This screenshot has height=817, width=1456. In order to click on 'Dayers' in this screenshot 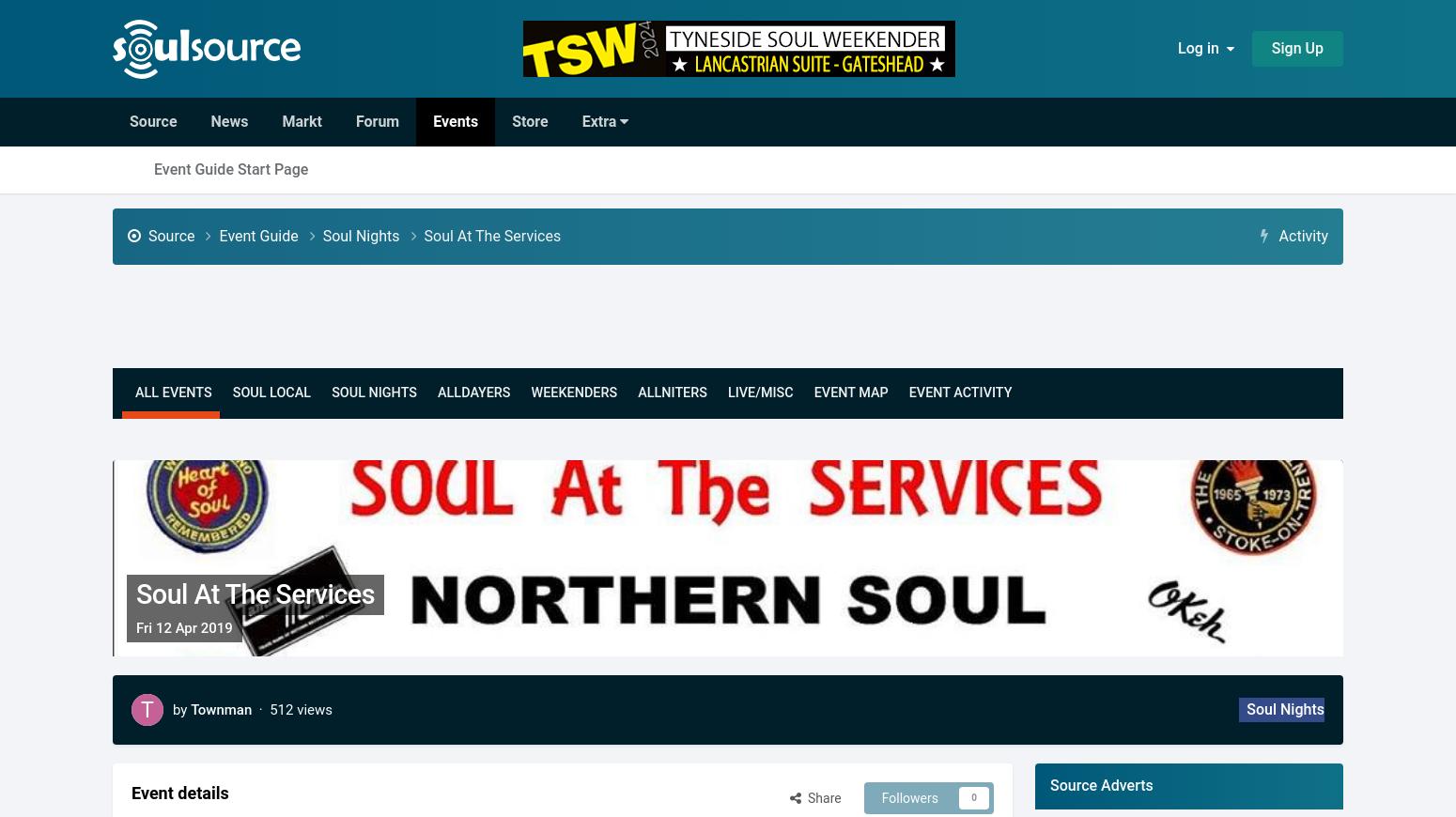, I will do `click(460, 393)`.